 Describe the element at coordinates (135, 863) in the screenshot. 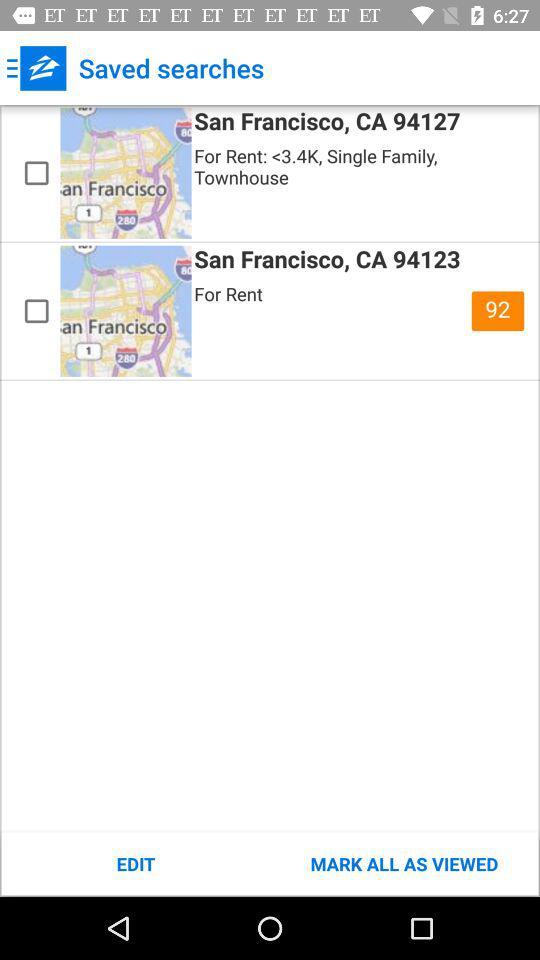

I see `the item next to the mark all as icon` at that location.